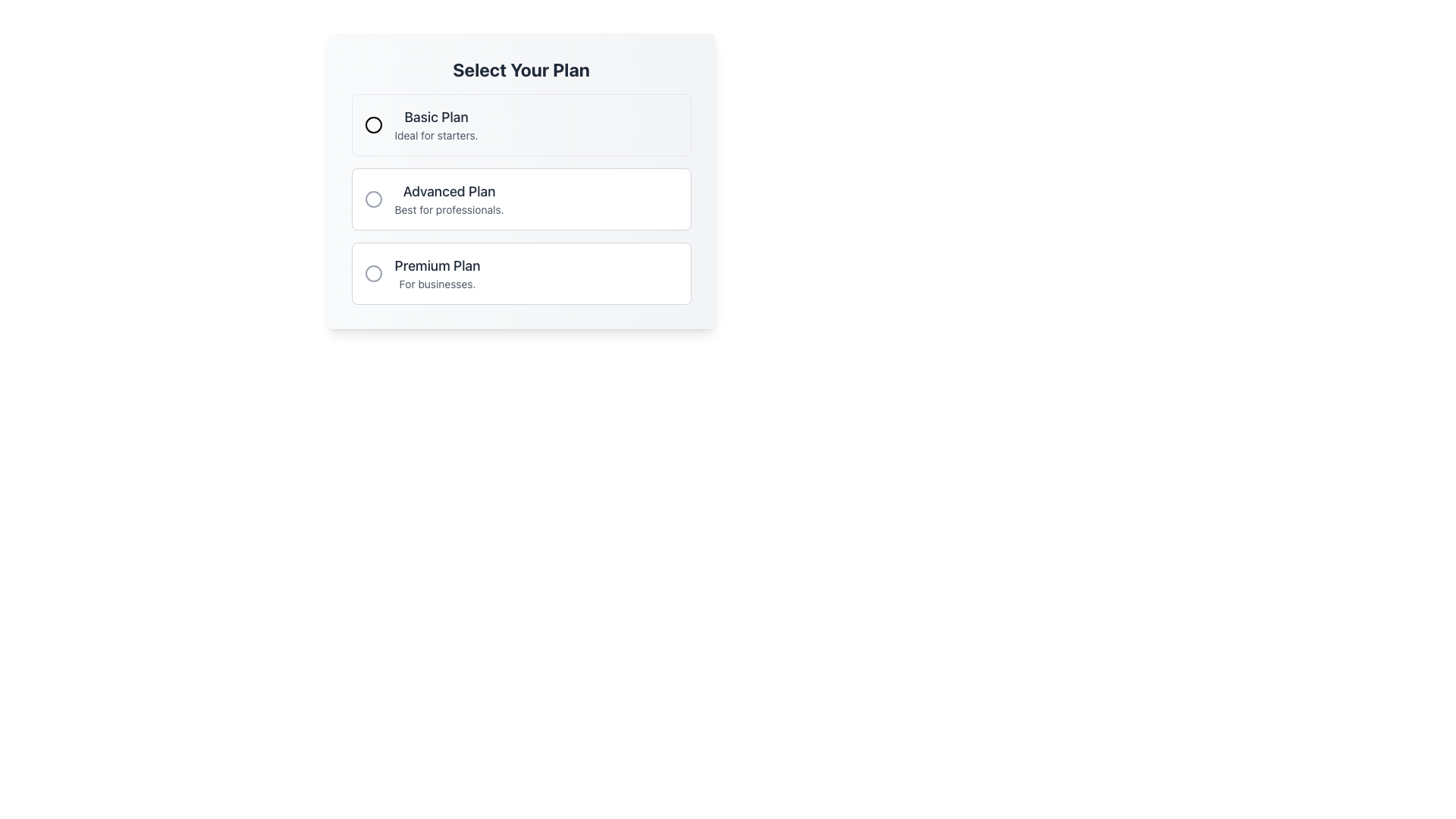 This screenshot has width=1456, height=819. What do you see at coordinates (448, 198) in the screenshot?
I see `information displayed in the text block that describes the 'Advanced Plan', which states it is 'Best for professionals'` at bounding box center [448, 198].